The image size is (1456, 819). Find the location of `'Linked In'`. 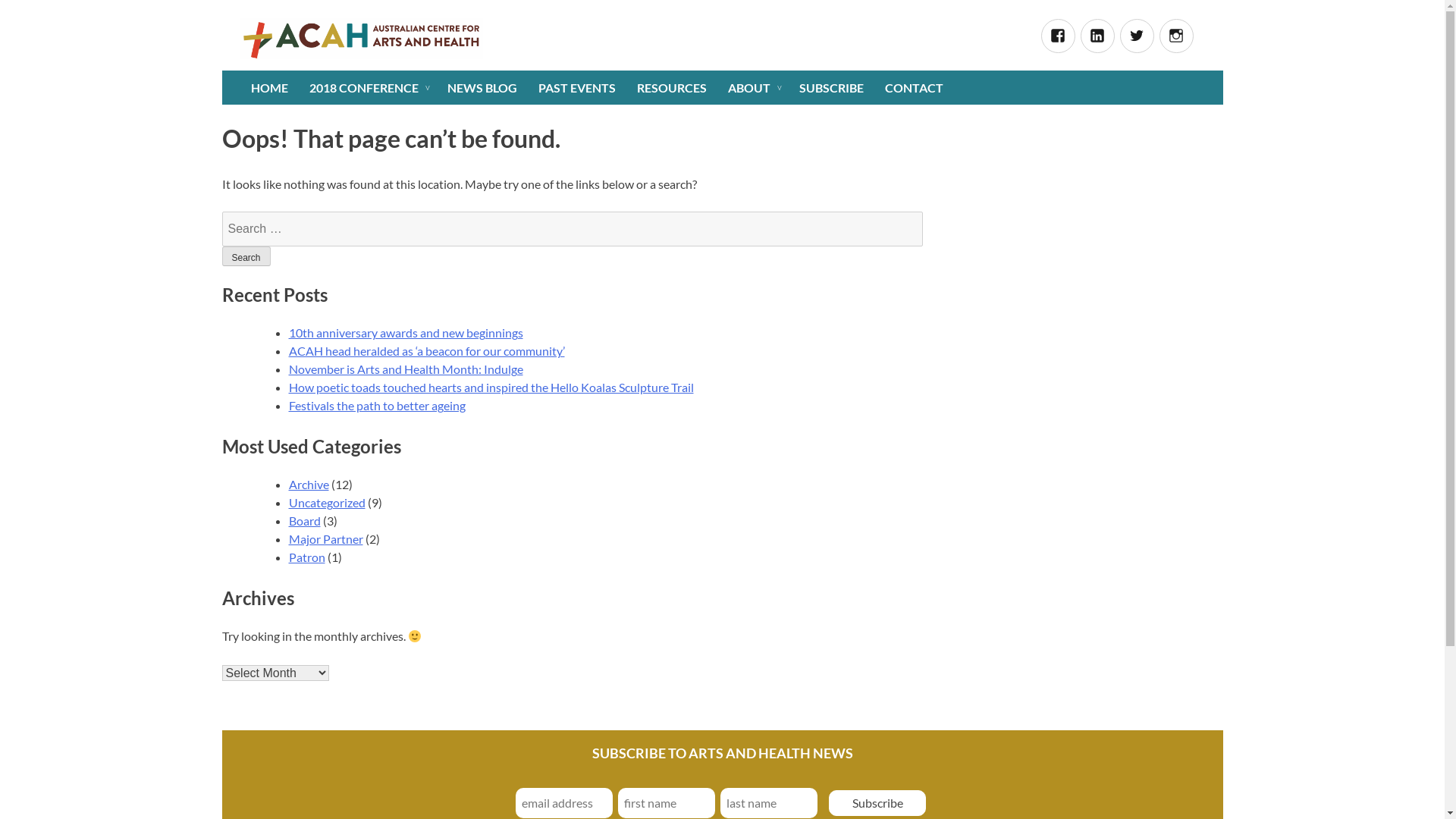

'Linked In' is located at coordinates (1079, 35).